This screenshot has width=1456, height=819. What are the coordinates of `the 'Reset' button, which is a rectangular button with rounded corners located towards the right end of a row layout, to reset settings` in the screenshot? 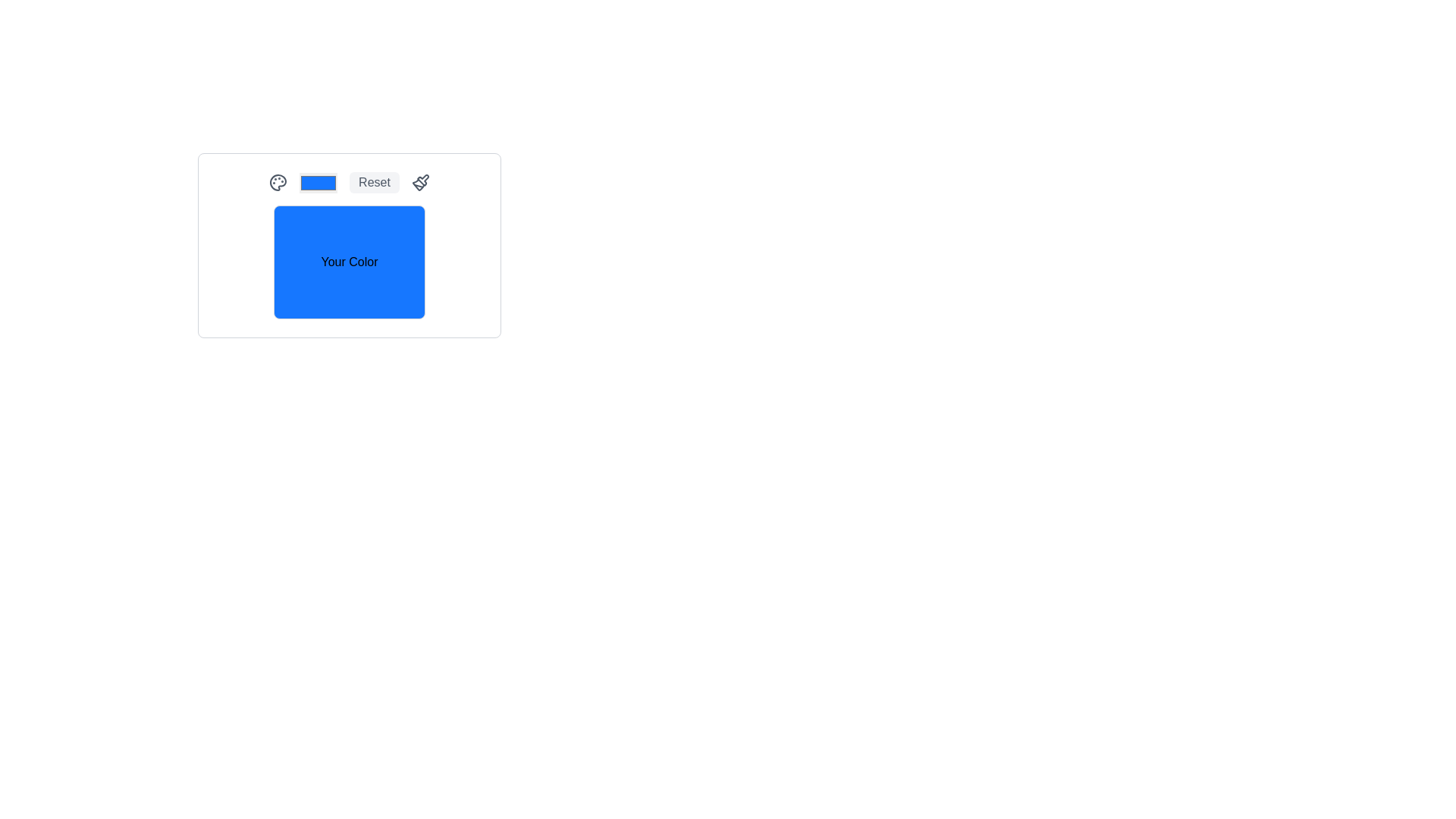 It's located at (375, 181).